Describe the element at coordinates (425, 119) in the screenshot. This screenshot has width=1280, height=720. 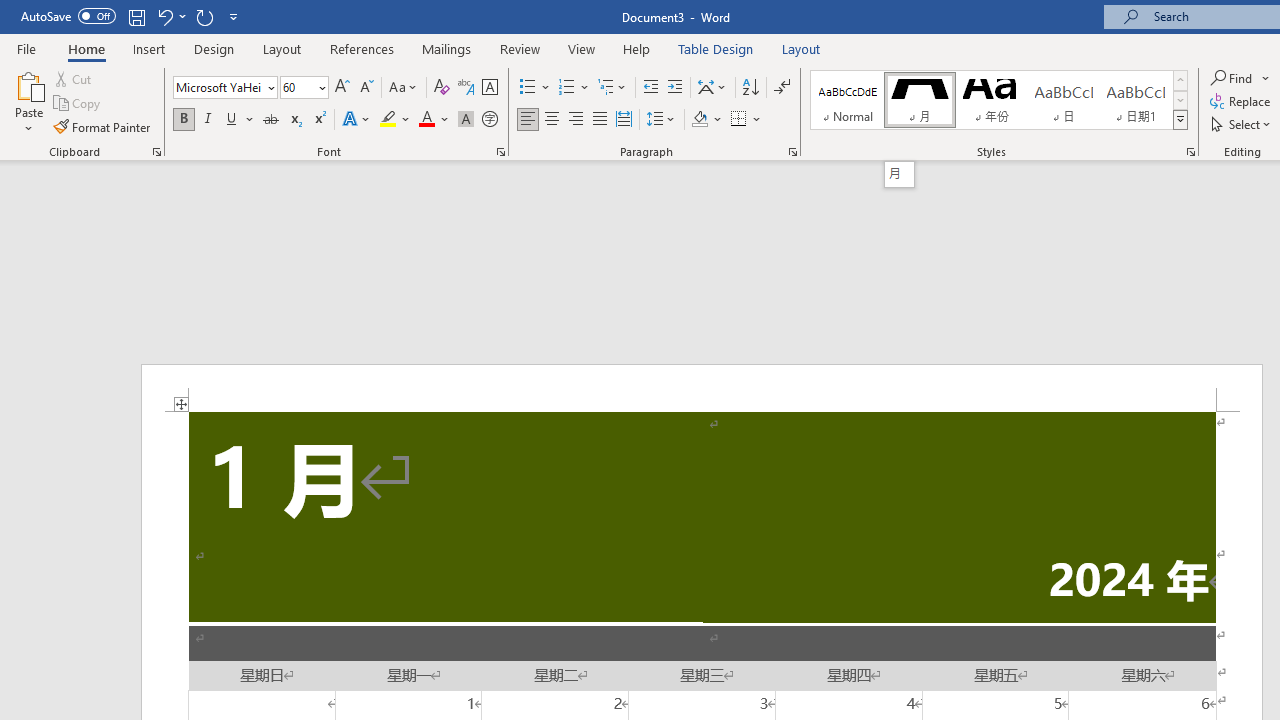
I see `'Font Color RGB(255, 0, 0)'` at that location.